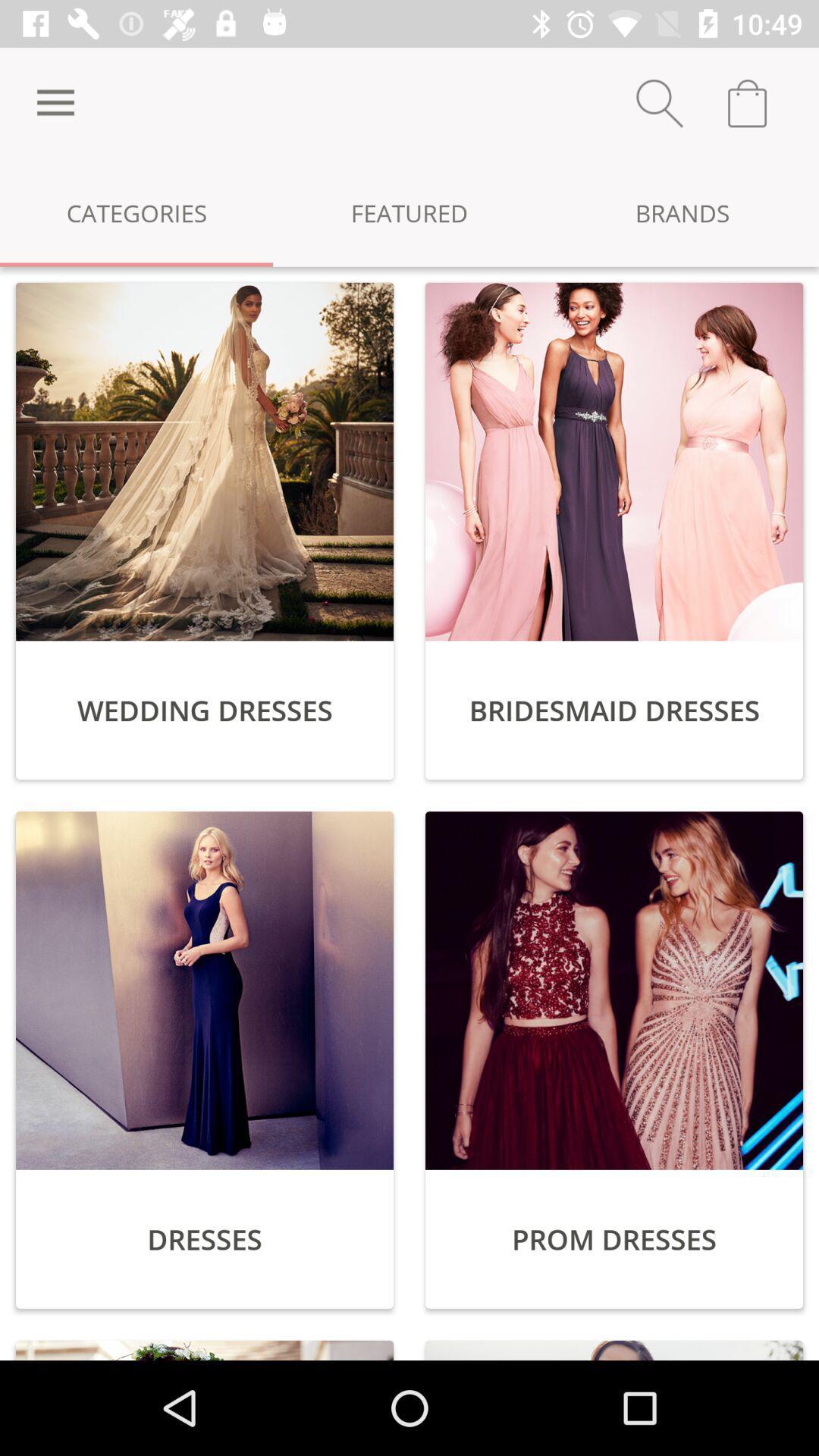 This screenshot has width=819, height=1456. Describe the element at coordinates (409, 212) in the screenshot. I see `item to the left of brands icon` at that location.